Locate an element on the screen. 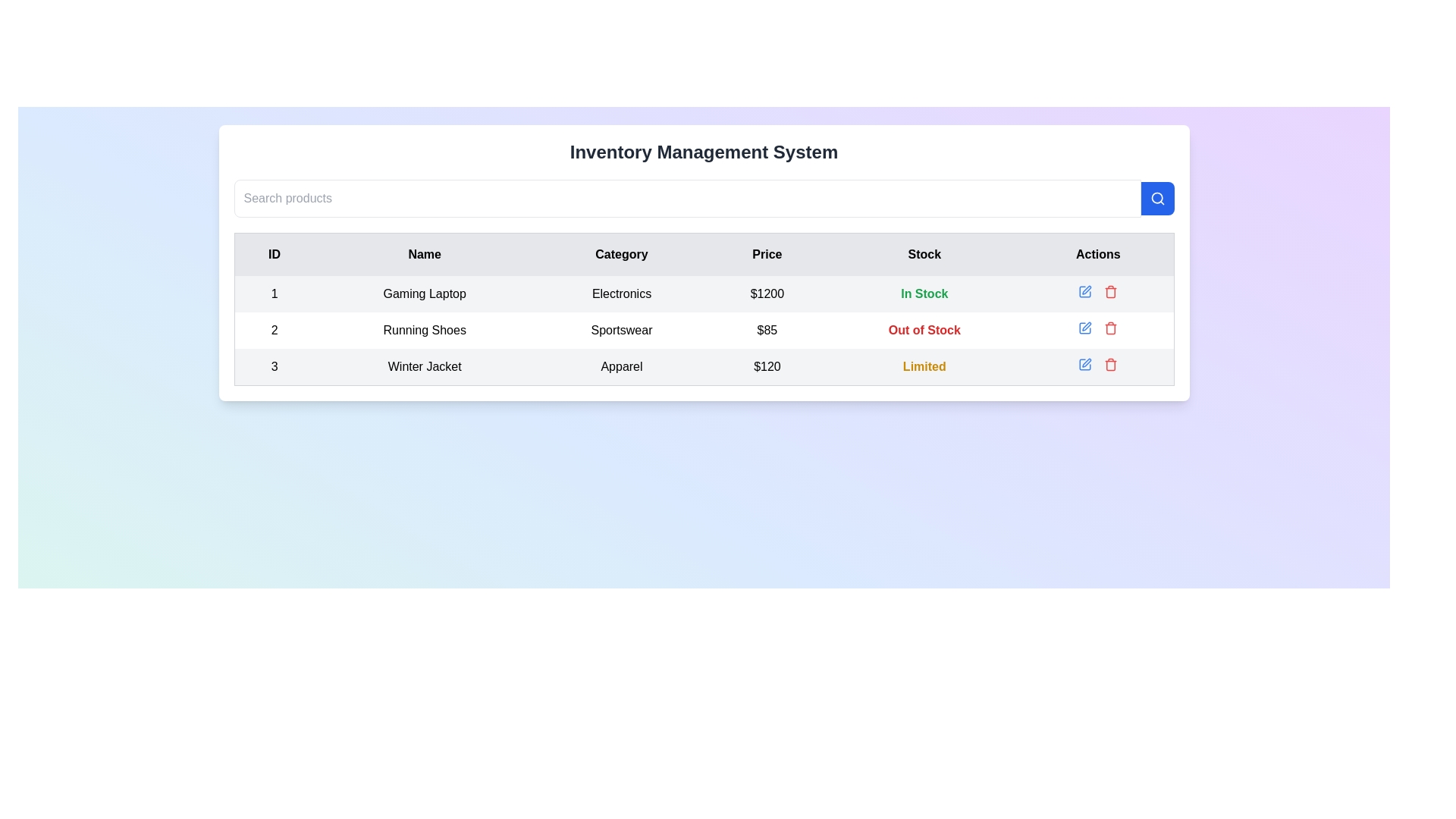 This screenshot has height=819, width=1456. the Text Label in the fifth column header for stock status, which is positioned between 'Price' and 'Actions' is located at coordinates (924, 253).